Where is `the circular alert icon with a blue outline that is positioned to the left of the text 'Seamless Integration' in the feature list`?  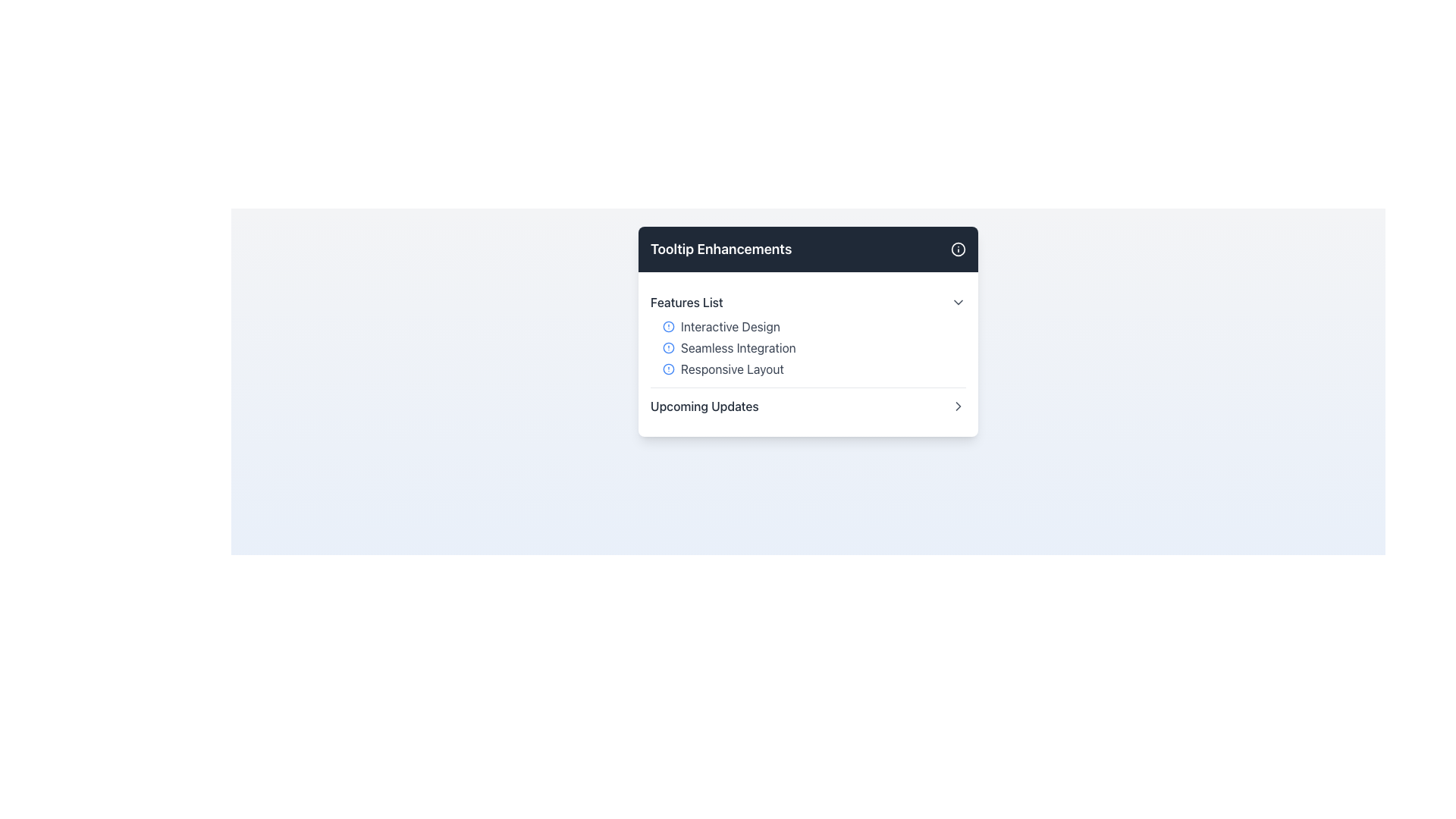 the circular alert icon with a blue outline that is positioned to the left of the text 'Seamless Integration' in the feature list is located at coordinates (668, 348).